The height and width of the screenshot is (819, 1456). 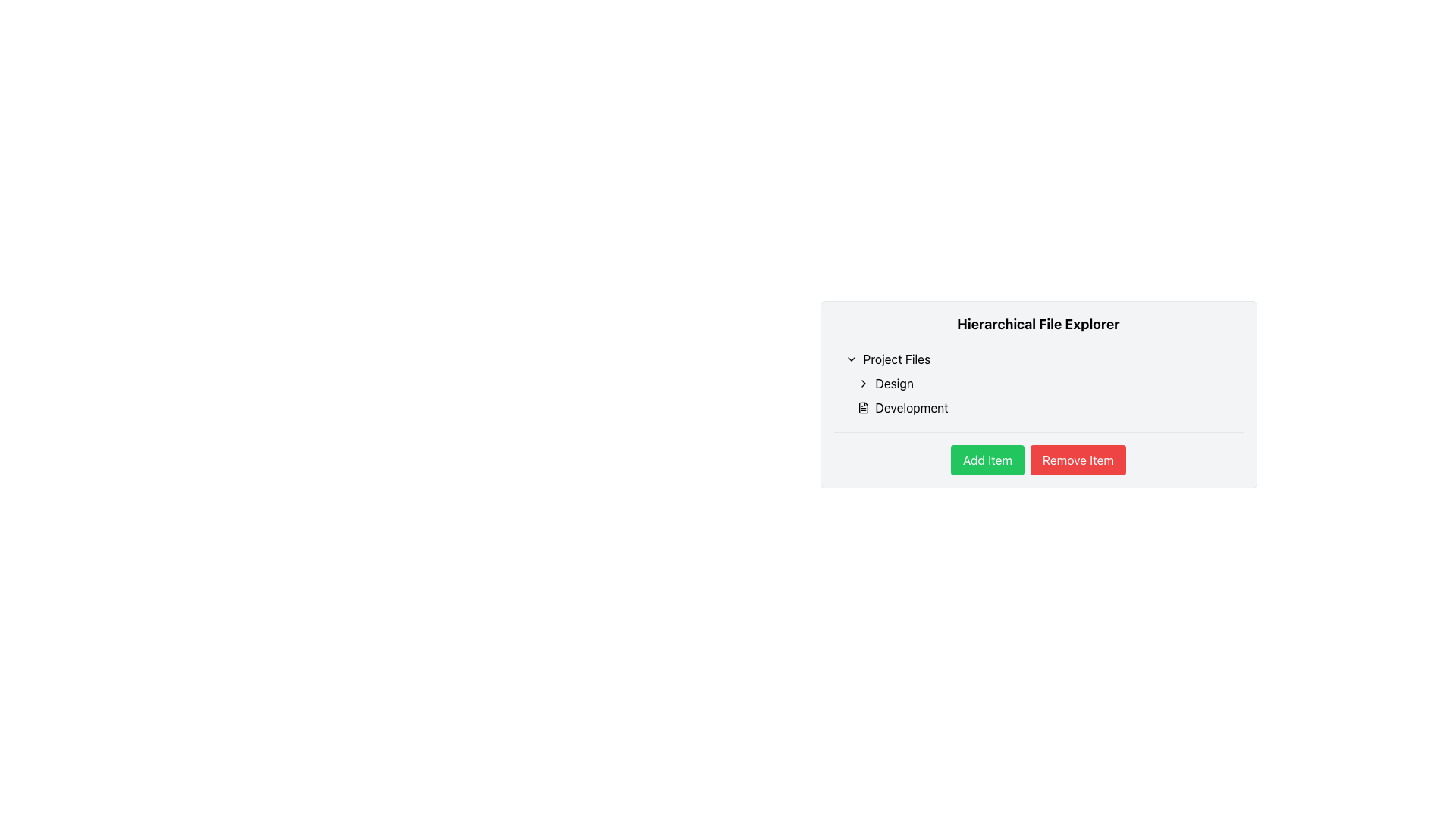 I want to click on the 'Add Item' button, which is a rectangular button with a green background and white text, located in the bottom row of the 'Hierarchical File Explorer' section, so click(x=987, y=459).